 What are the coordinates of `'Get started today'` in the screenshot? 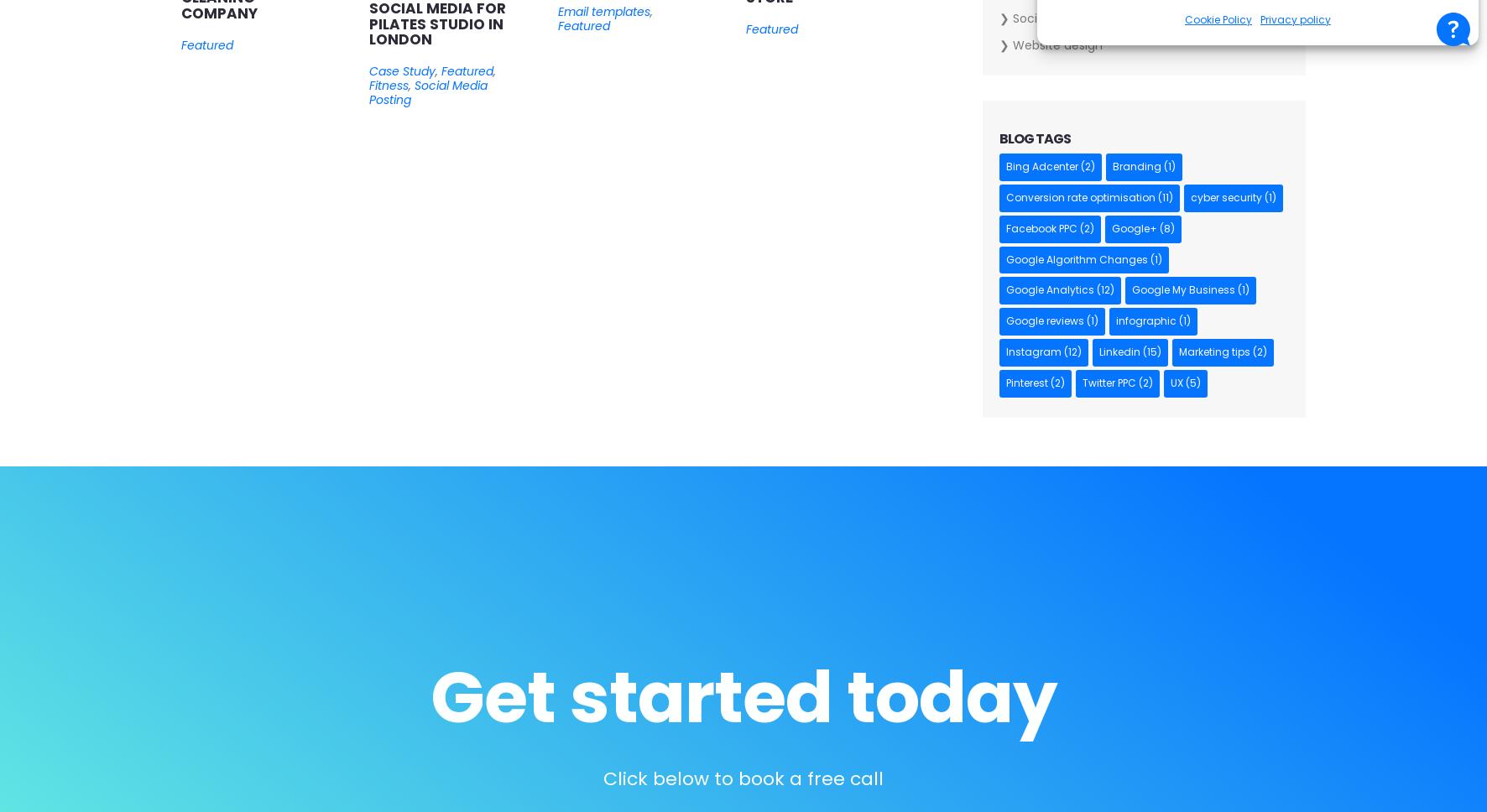 It's located at (428, 697).